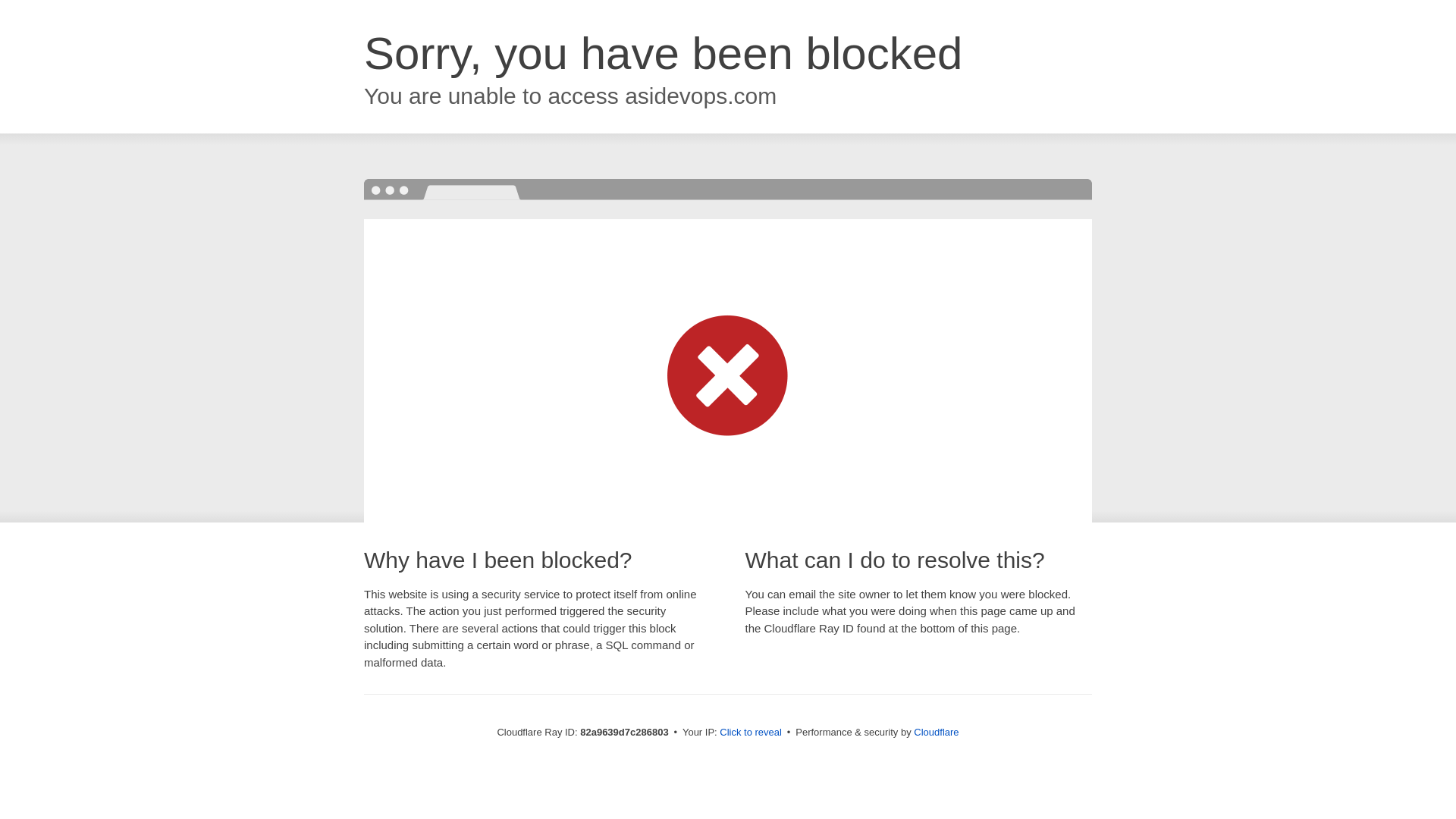 The image size is (1456, 819). Describe the element at coordinates (750, 731) in the screenshot. I see `'Click to reveal'` at that location.